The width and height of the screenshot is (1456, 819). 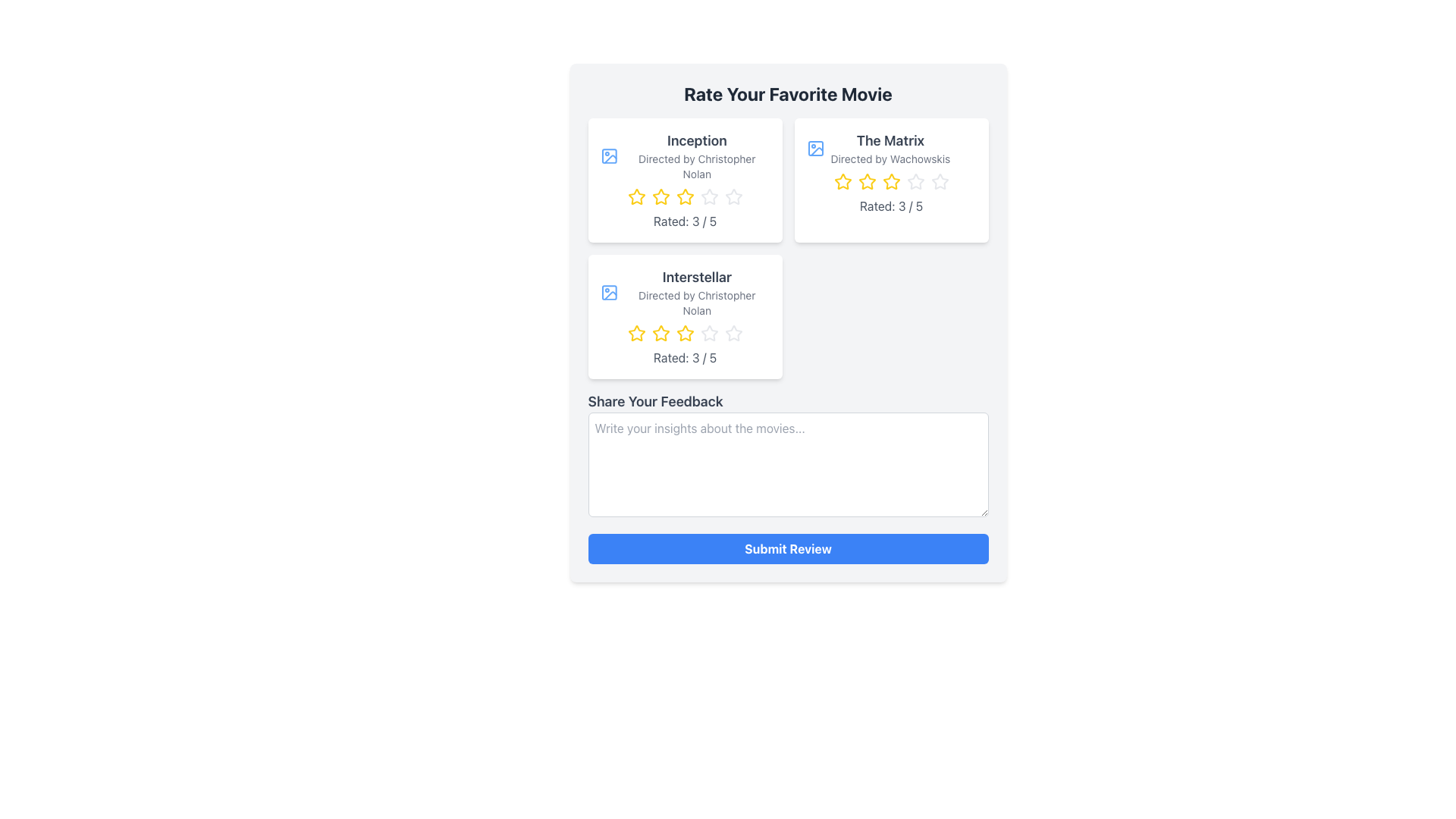 I want to click on on the second star icon in the rating bar, so click(x=636, y=196).